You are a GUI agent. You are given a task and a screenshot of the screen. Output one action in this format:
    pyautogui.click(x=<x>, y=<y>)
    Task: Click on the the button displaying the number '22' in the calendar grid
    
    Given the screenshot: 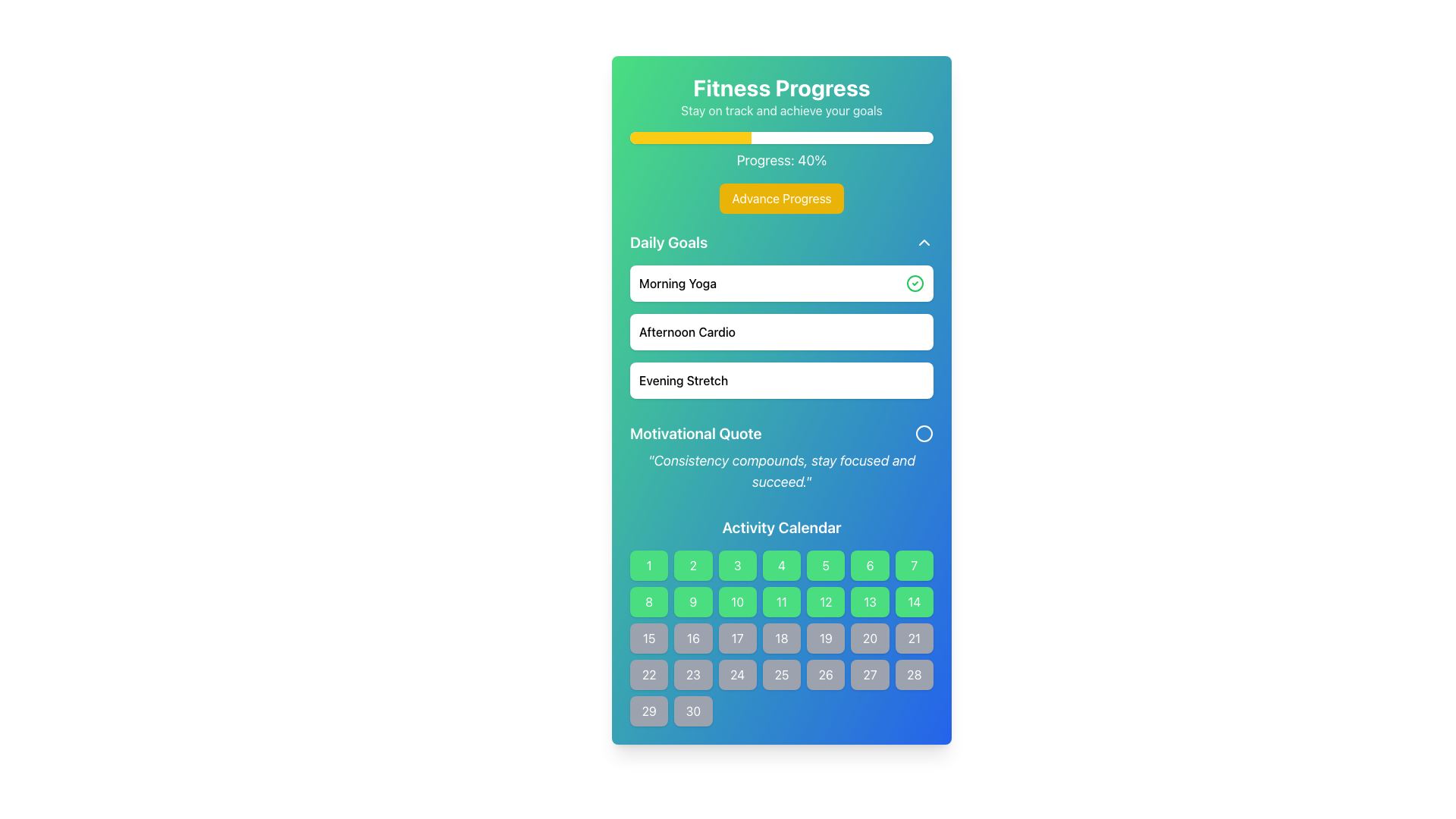 What is the action you would take?
    pyautogui.click(x=649, y=674)
    